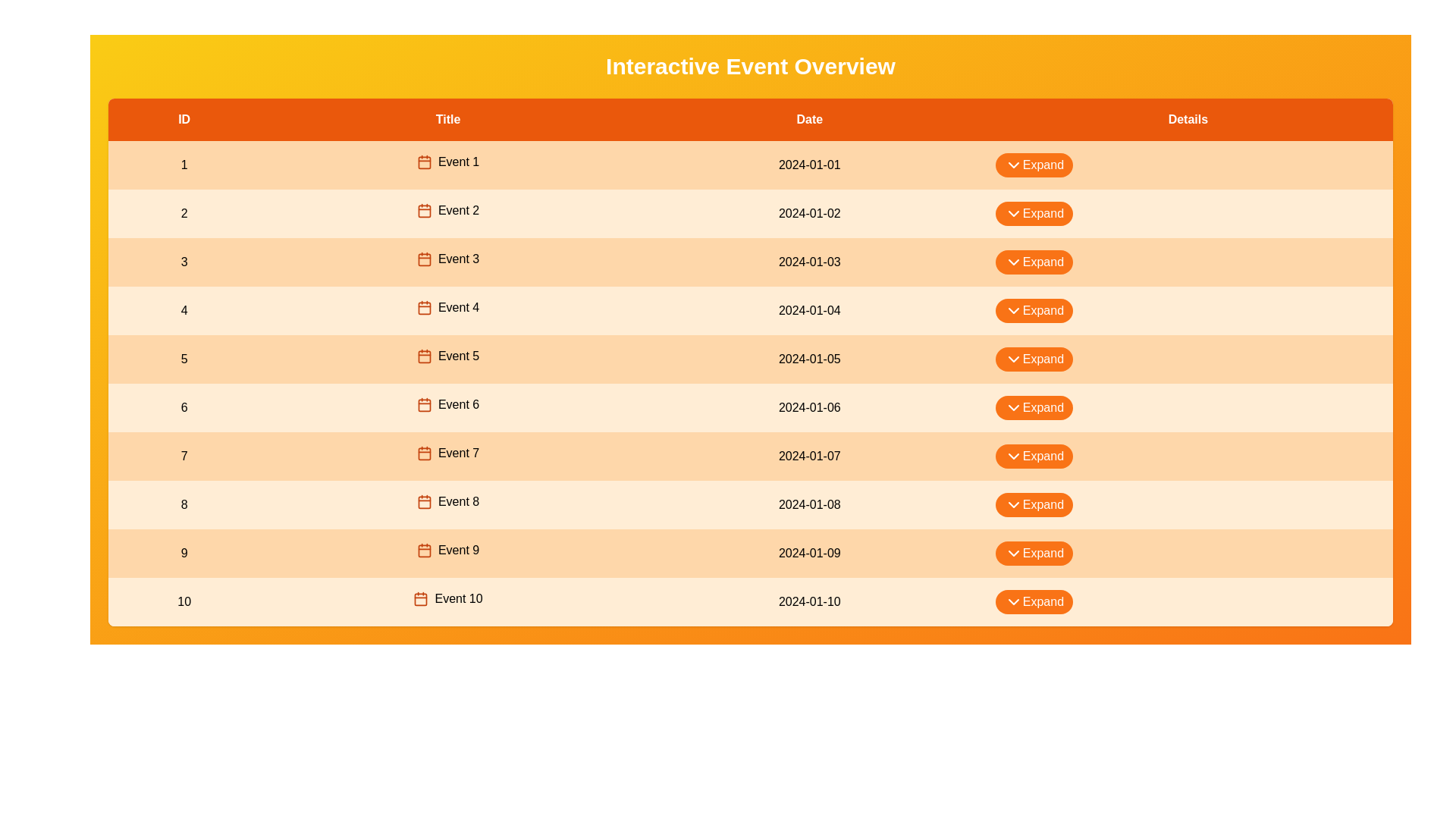 This screenshot has height=819, width=1456. What do you see at coordinates (808, 119) in the screenshot?
I see `the column header Date to sort or highlight it` at bounding box center [808, 119].